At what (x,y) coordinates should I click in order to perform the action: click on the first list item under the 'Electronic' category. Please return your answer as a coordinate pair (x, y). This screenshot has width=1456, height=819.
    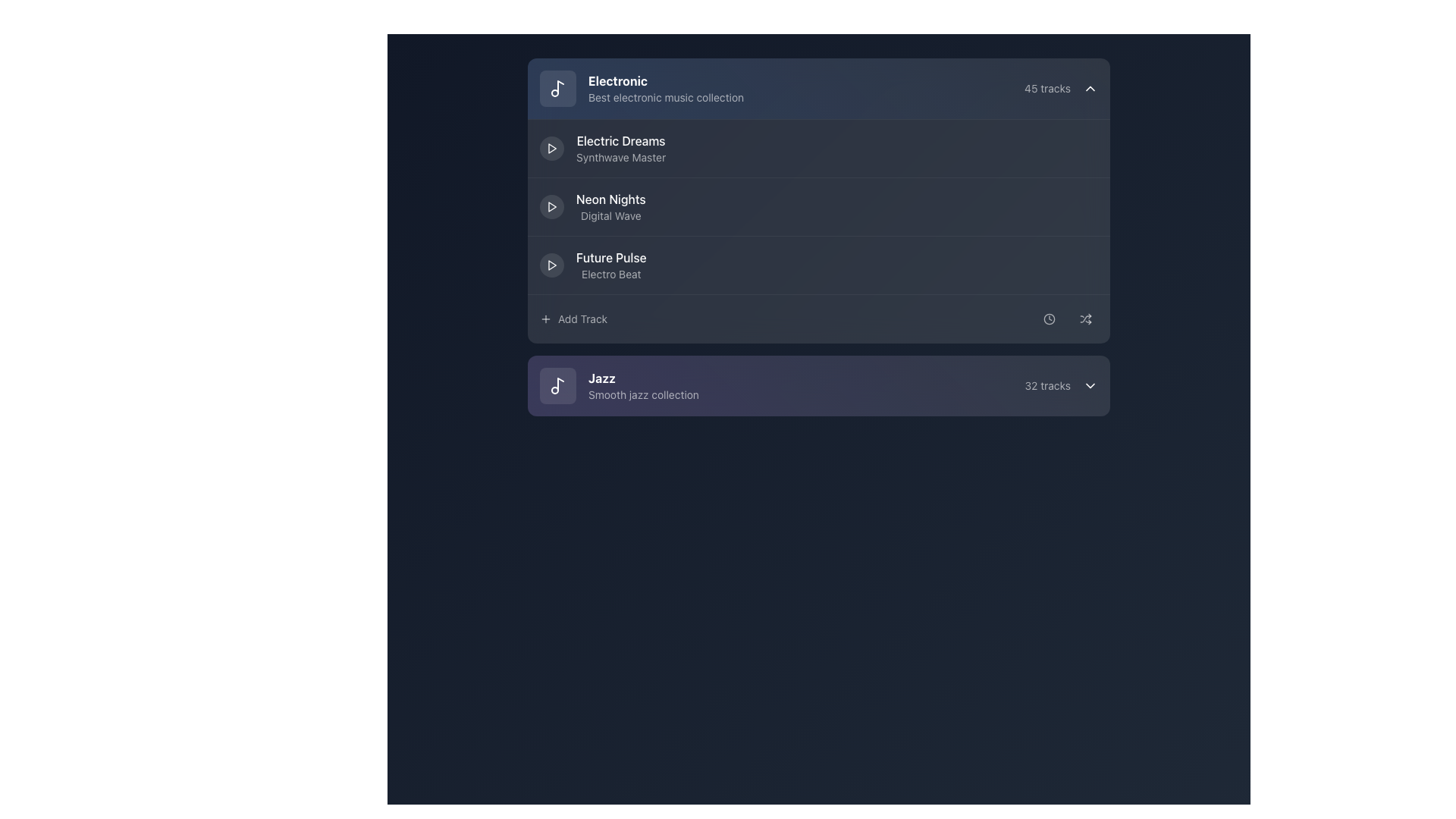
    Looking at the image, I should click on (602, 149).